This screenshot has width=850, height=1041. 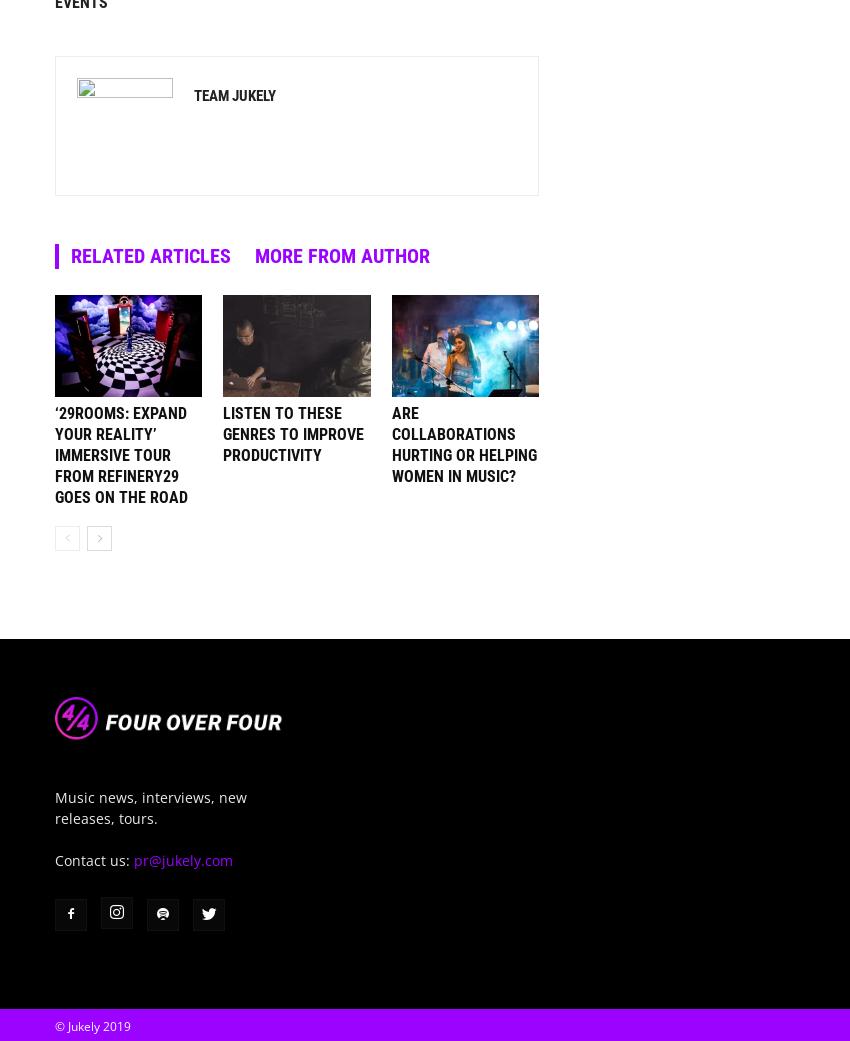 I want to click on 'pr@jukely.com', so click(x=182, y=859).